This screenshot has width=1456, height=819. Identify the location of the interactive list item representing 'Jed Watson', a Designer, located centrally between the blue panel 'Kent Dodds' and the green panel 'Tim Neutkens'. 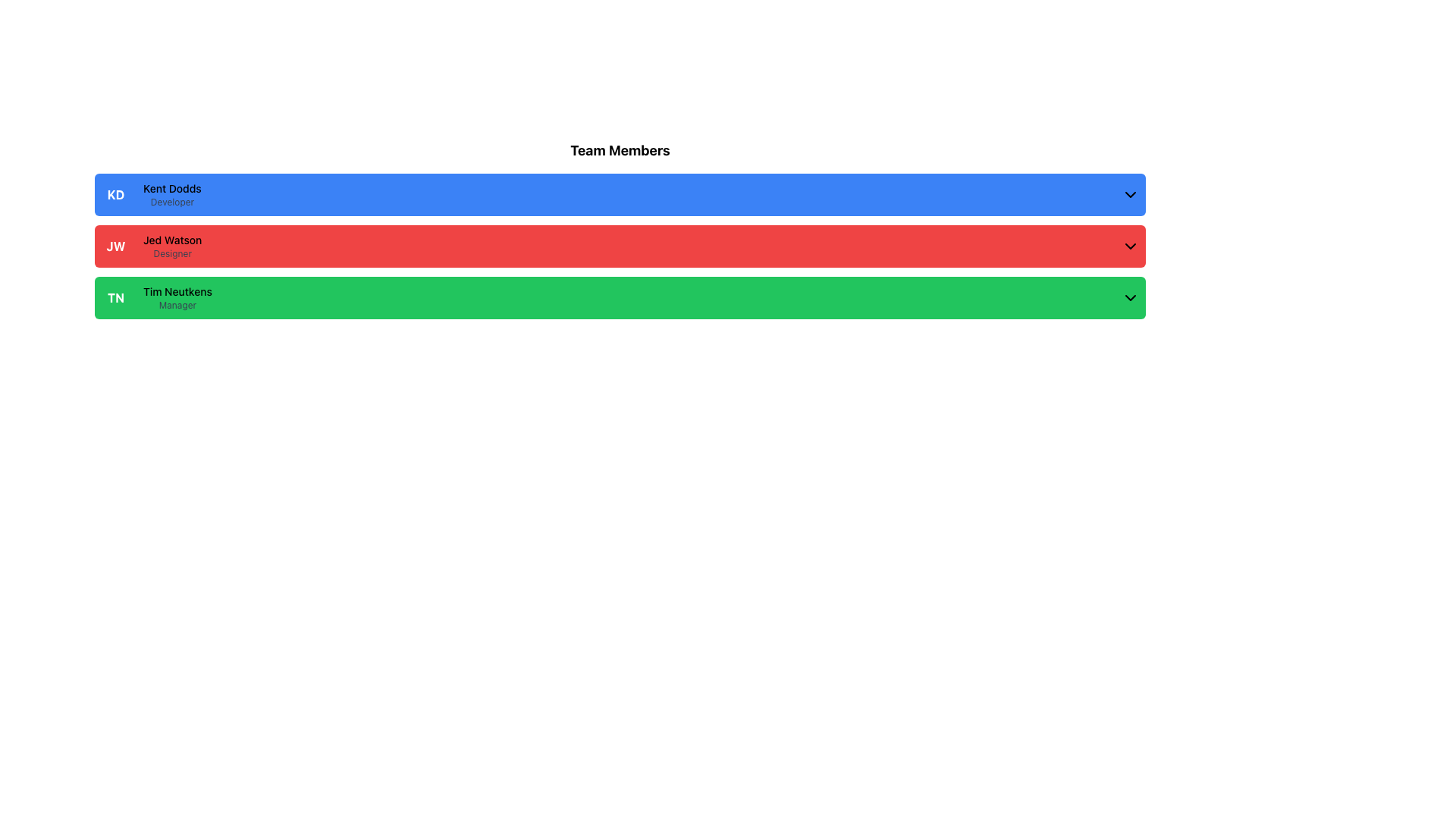
(620, 245).